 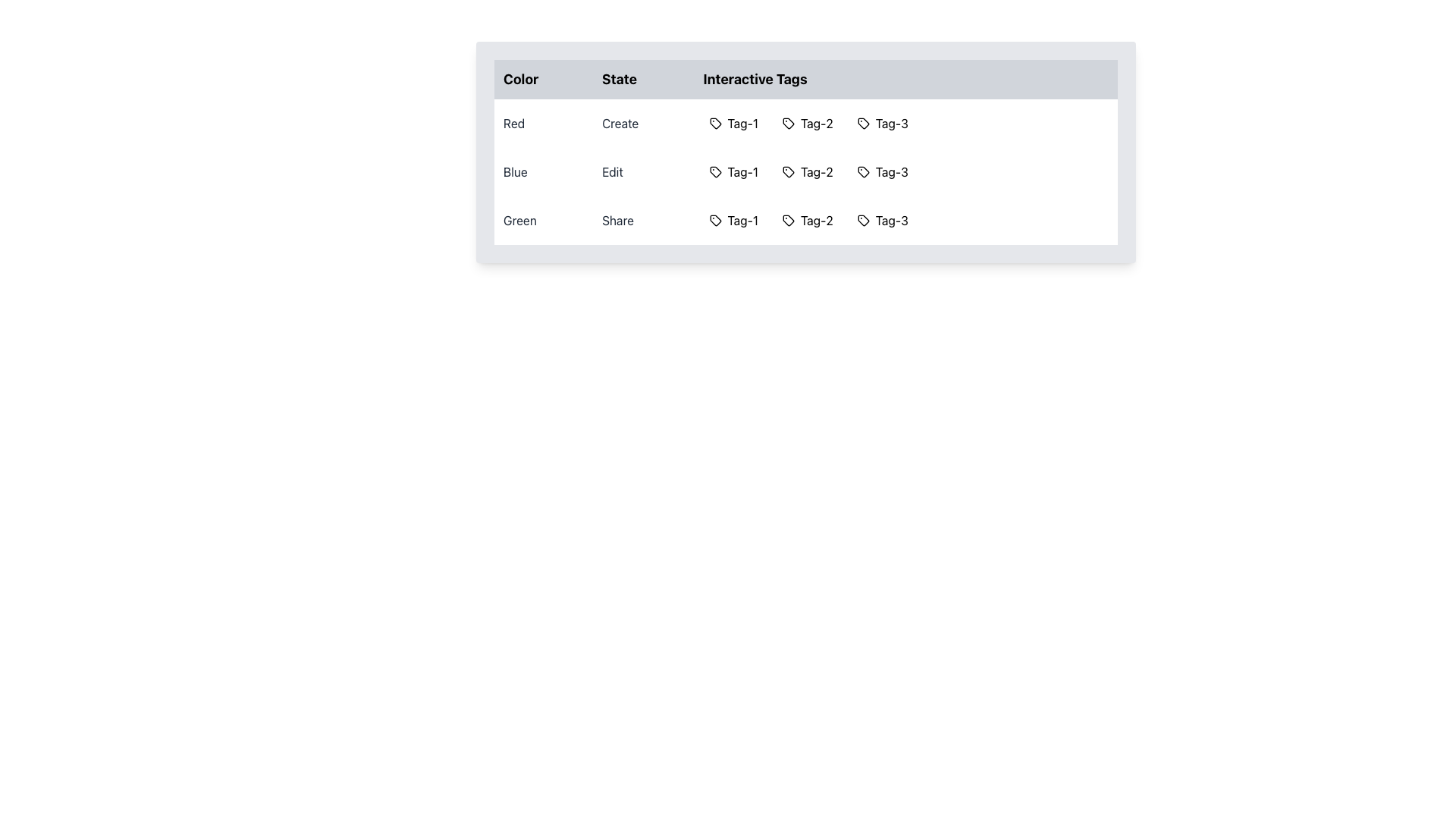 What do you see at coordinates (816, 171) in the screenshot?
I see `the Text Label in the fourth column, second row, which represents the 'Blue' state and is the second tag among the interactive tags` at bounding box center [816, 171].